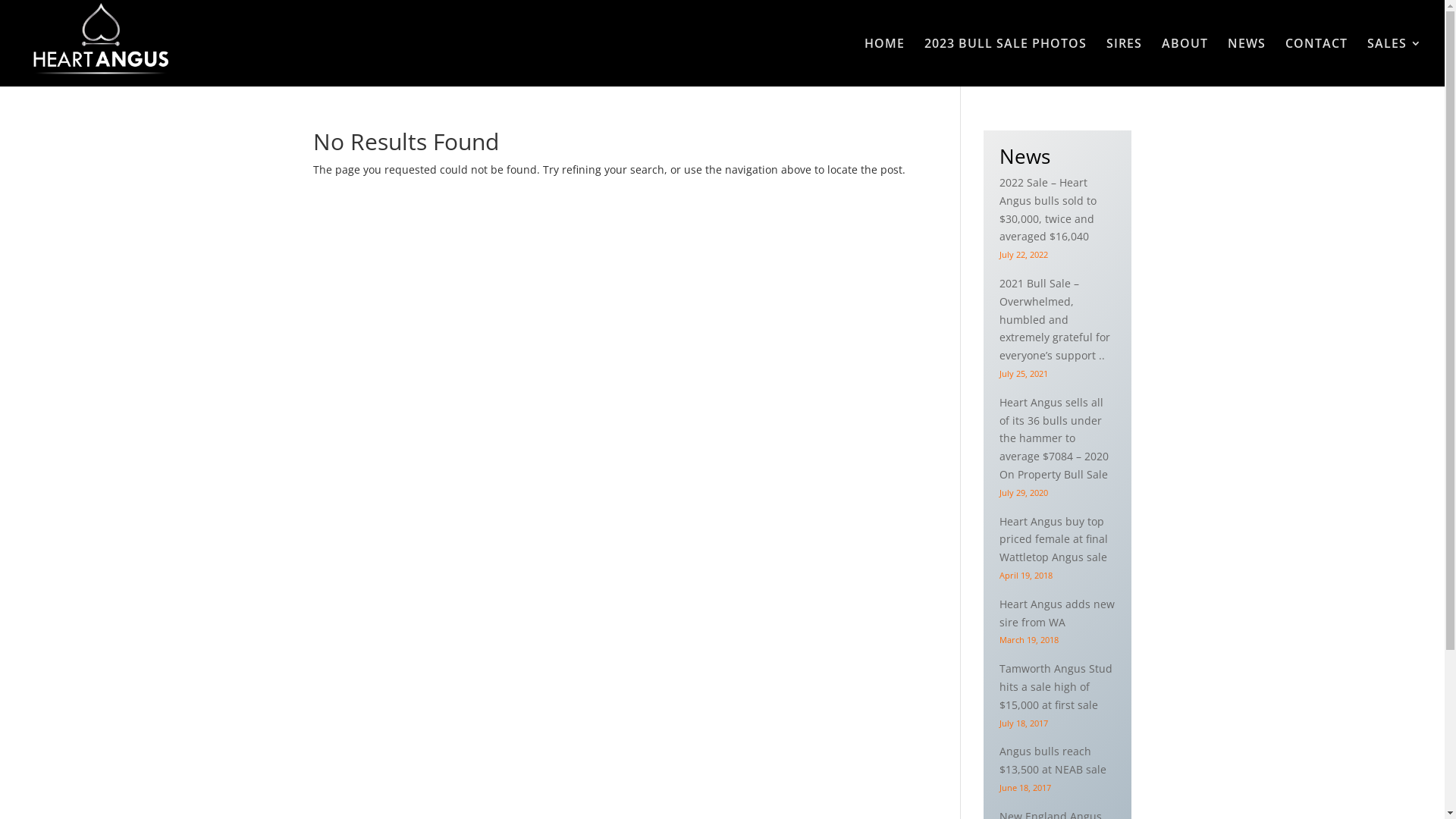 The height and width of the screenshot is (819, 1456). Describe the element at coordinates (1394, 61) in the screenshot. I see `'SALES'` at that location.